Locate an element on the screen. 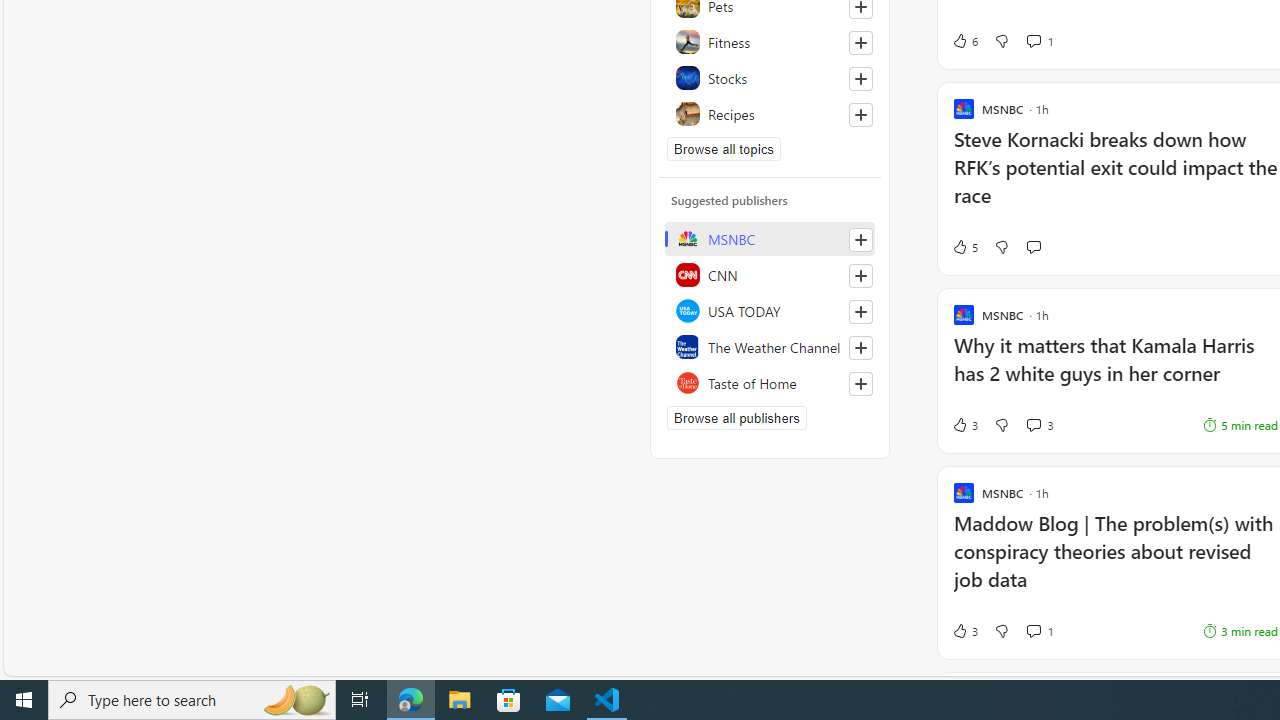 The image size is (1280, 720). 'Taste of Home' is located at coordinates (769, 383).